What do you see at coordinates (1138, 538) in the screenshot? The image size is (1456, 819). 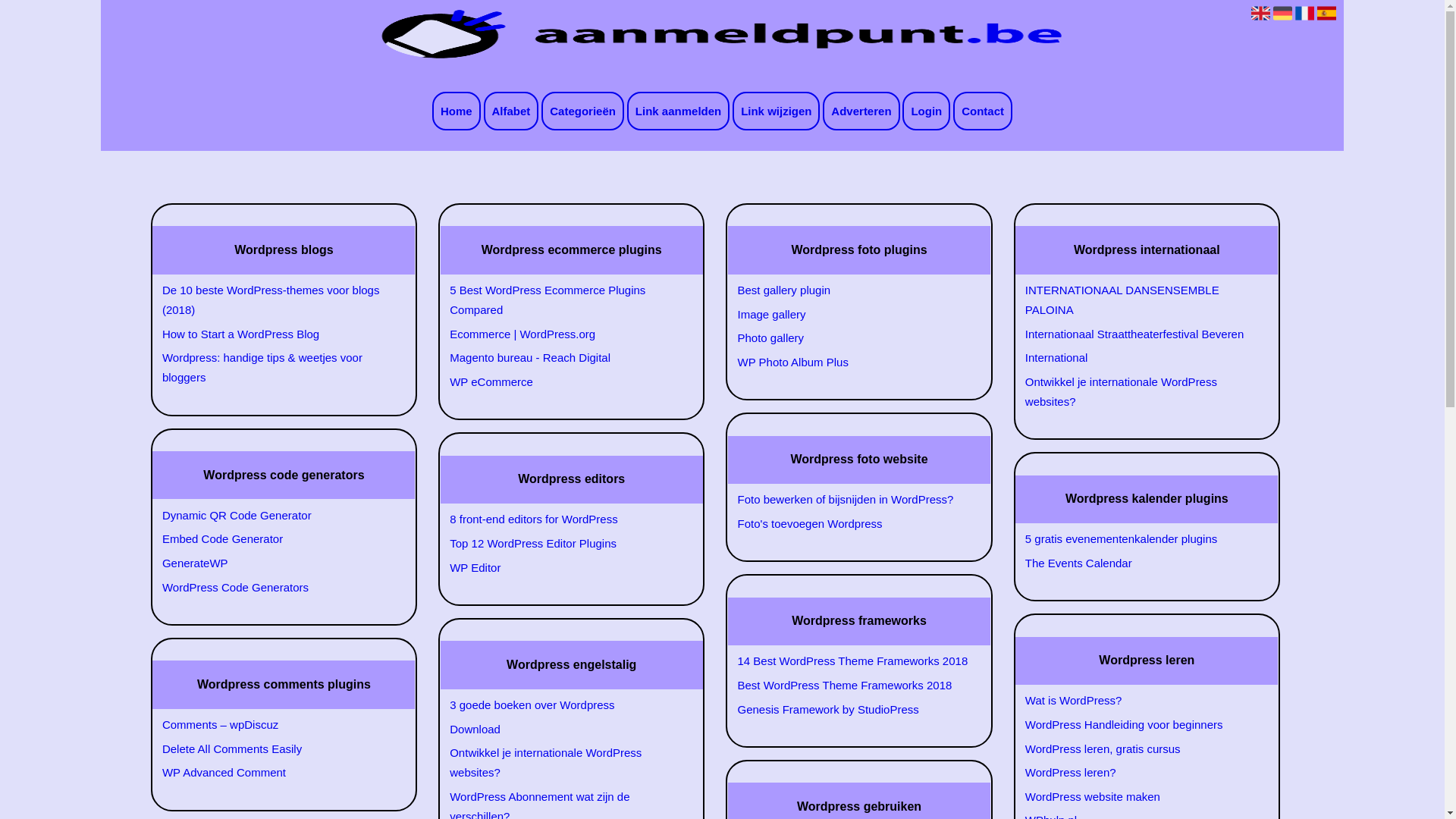 I see `'5 gratis evenementenkalender plugins'` at bounding box center [1138, 538].